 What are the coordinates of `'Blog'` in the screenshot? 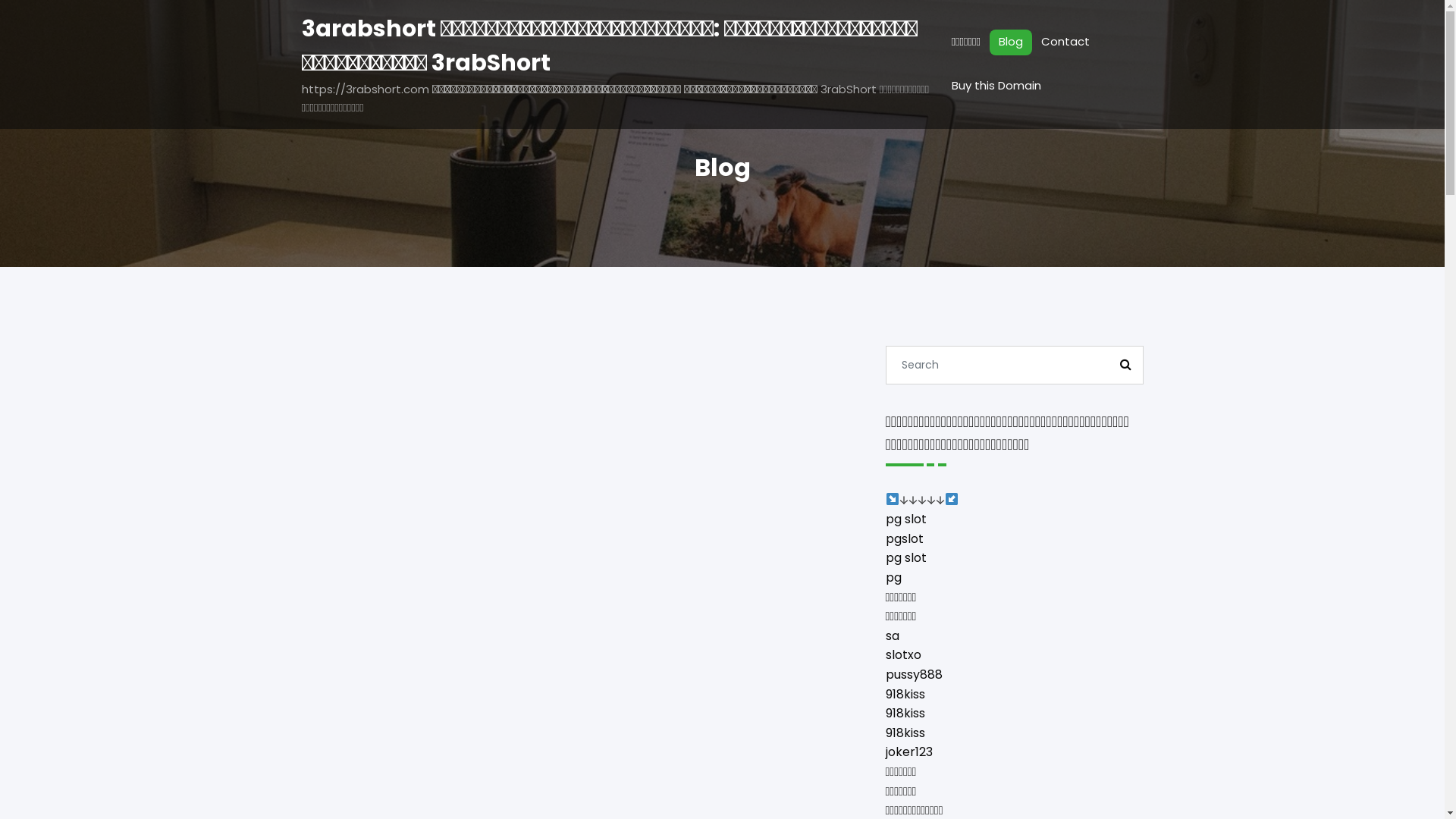 It's located at (1011, 42).